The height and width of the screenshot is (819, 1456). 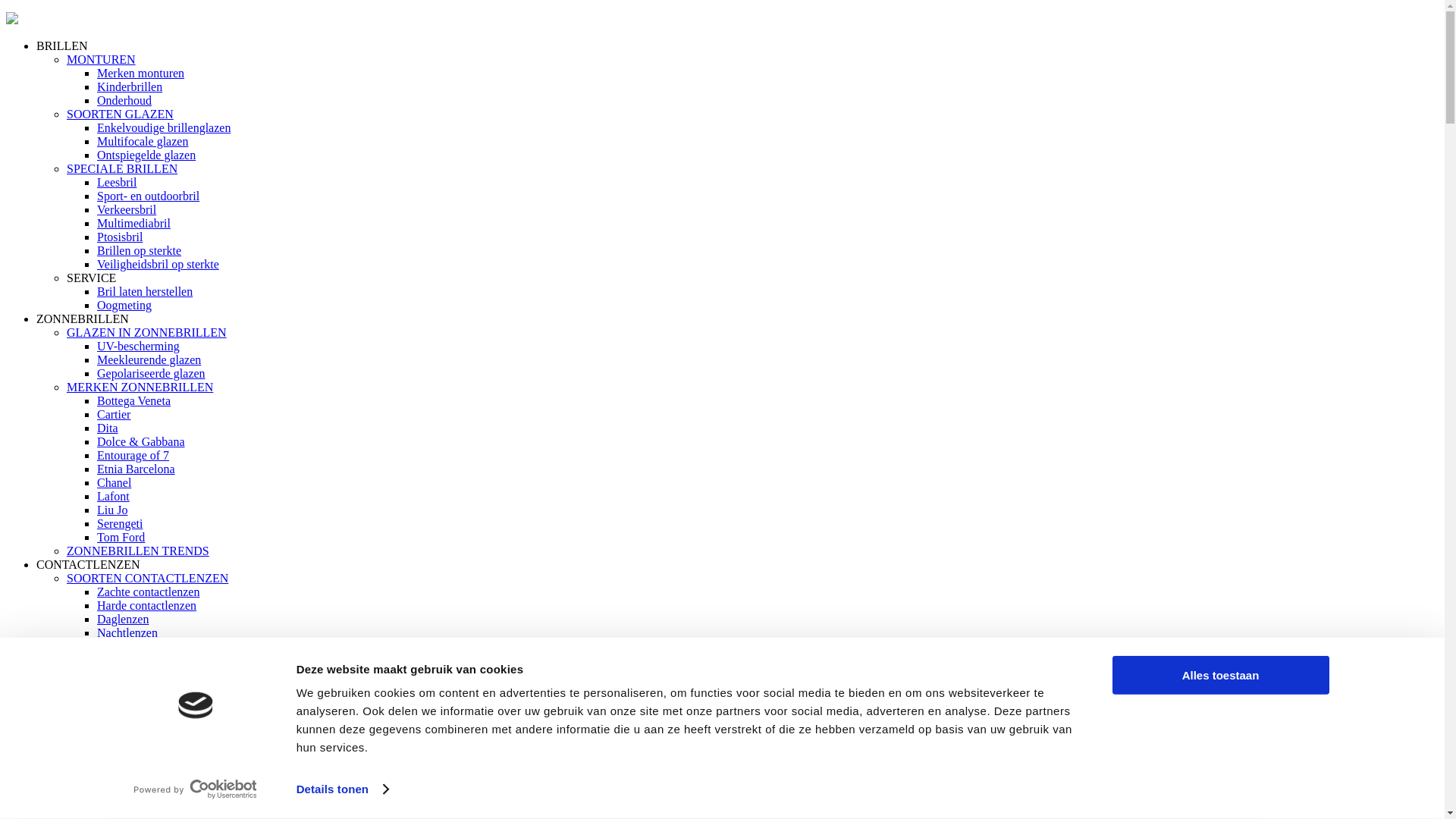 What do you see at coordinates (107, 428) in the screenshot?
I see `'Dita'` at bounding box center [107, 428].